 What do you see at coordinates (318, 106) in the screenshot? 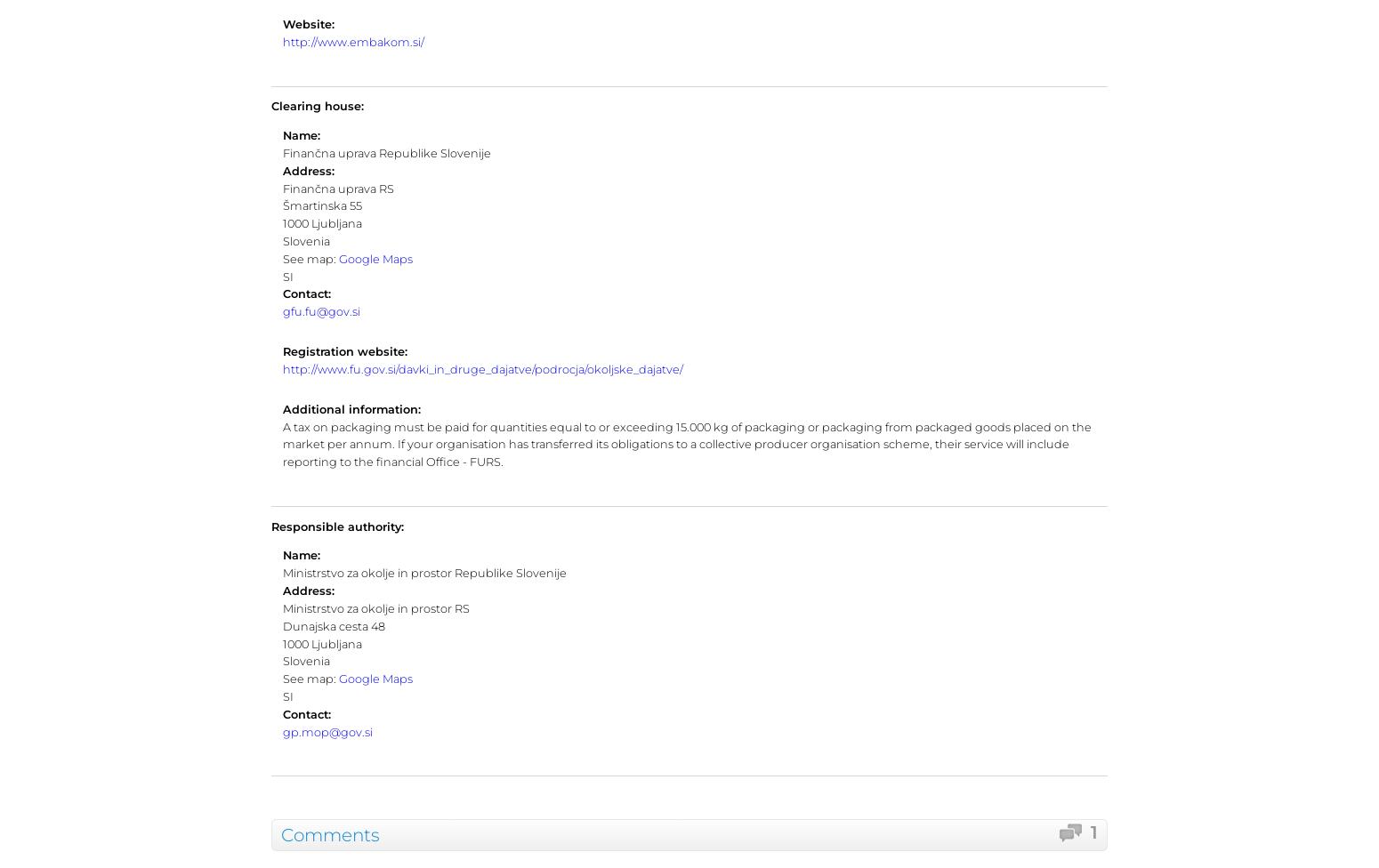
I see `'Clearing house:'` at bounding box center [318, 106].